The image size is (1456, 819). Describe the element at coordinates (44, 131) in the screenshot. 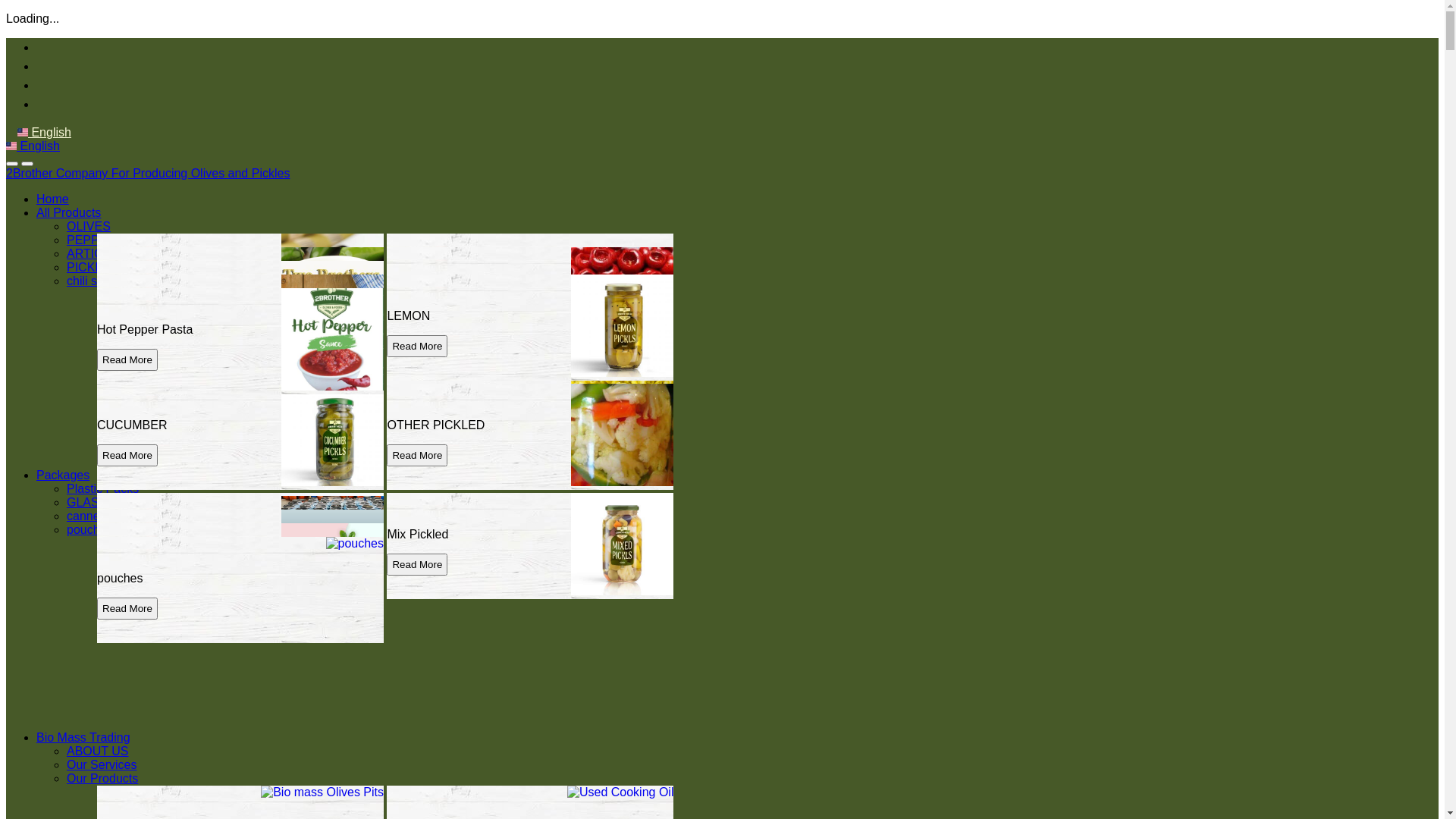

I see `'English'` at that location.